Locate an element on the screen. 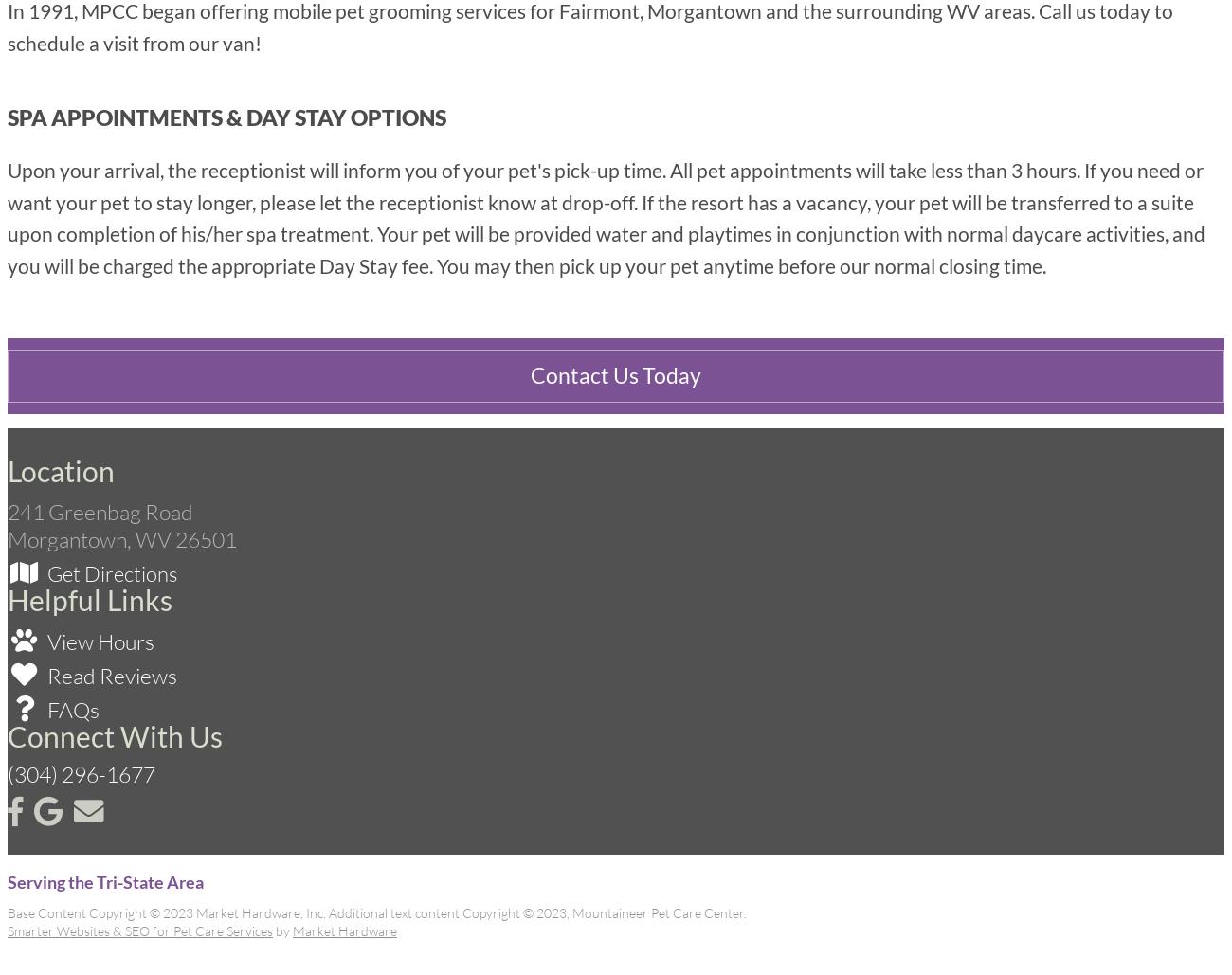  '(304) 296-1677' is located at coordinates (82, 771).